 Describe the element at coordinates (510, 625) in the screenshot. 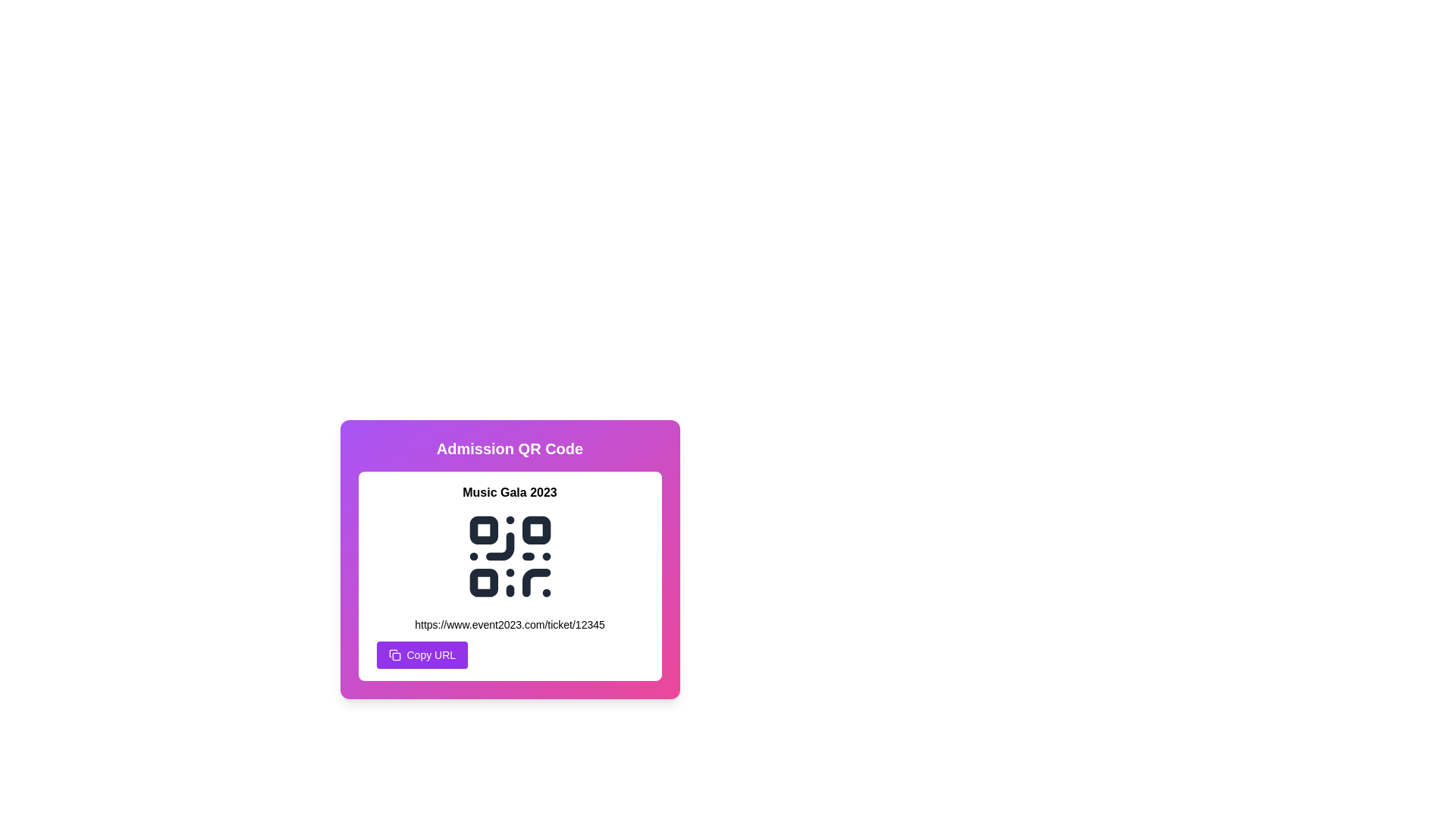

I see `the text displayed in the Text Display element located centrally at the bottom of the card beneath the QR code` at that location.